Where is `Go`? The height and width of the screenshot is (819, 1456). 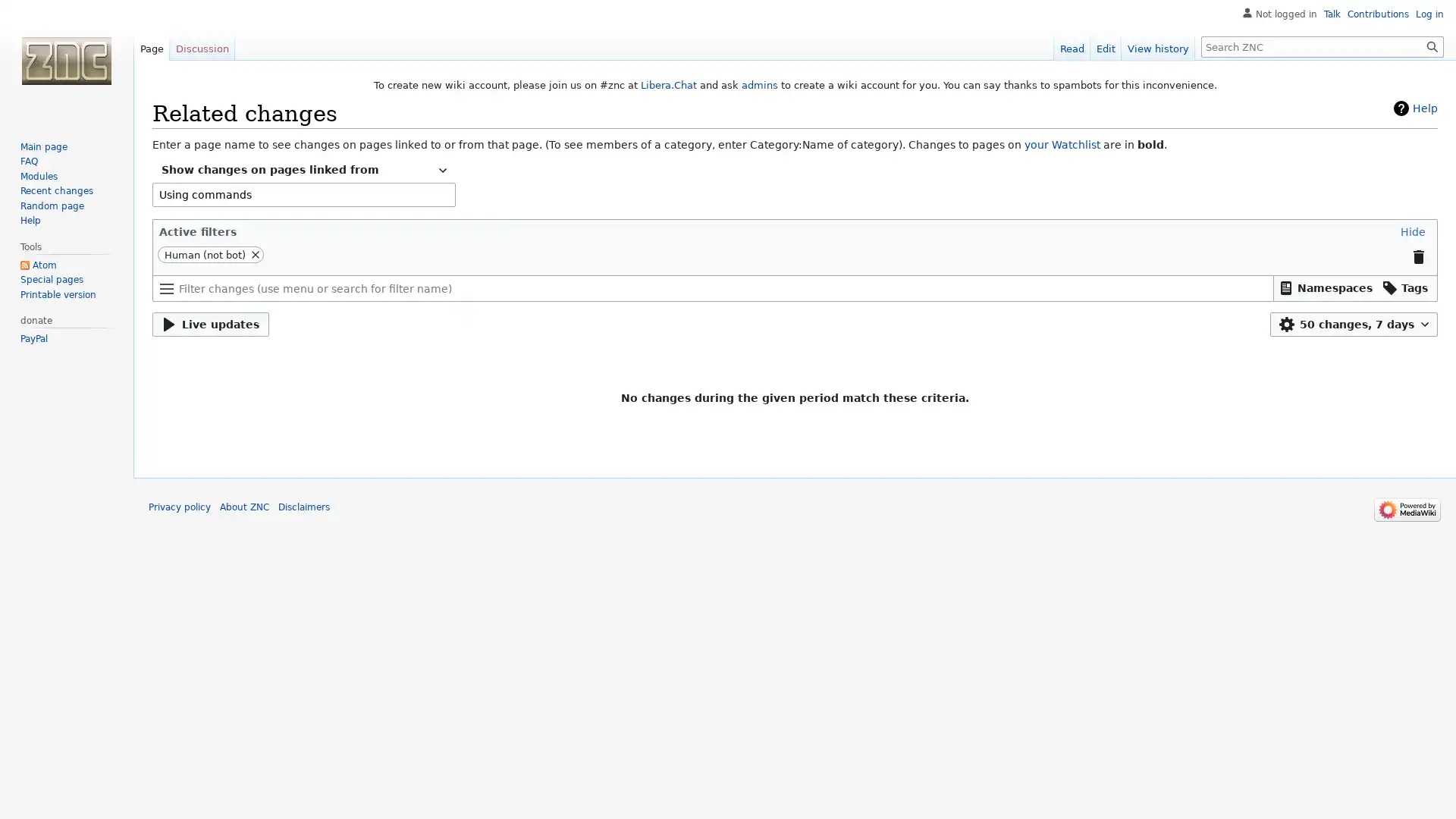 Go is located at coordinates (1432, 45).